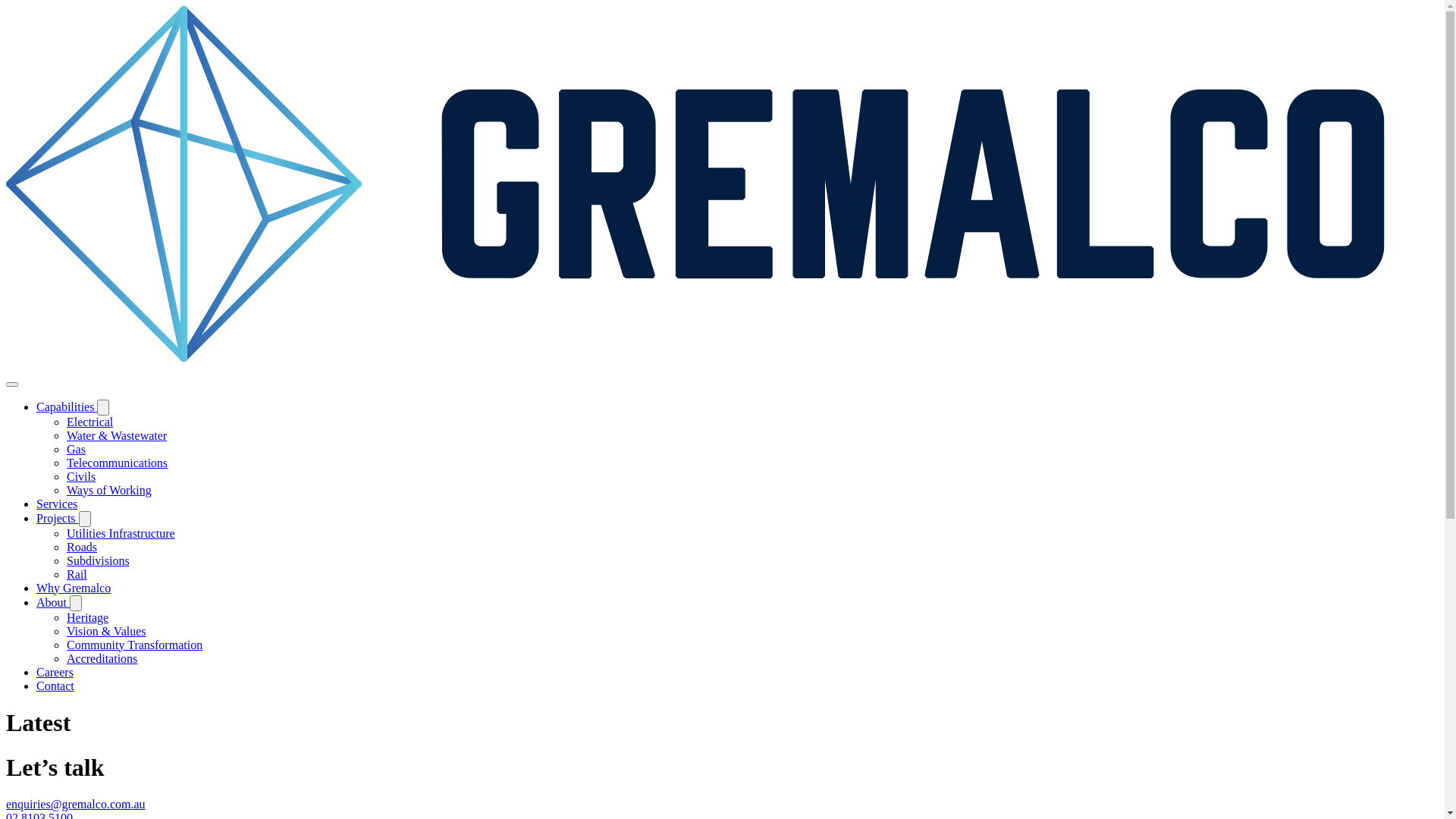  Describe the element at coordinates (75, 448) in the screenshot. I see `'Gas'` at that location.